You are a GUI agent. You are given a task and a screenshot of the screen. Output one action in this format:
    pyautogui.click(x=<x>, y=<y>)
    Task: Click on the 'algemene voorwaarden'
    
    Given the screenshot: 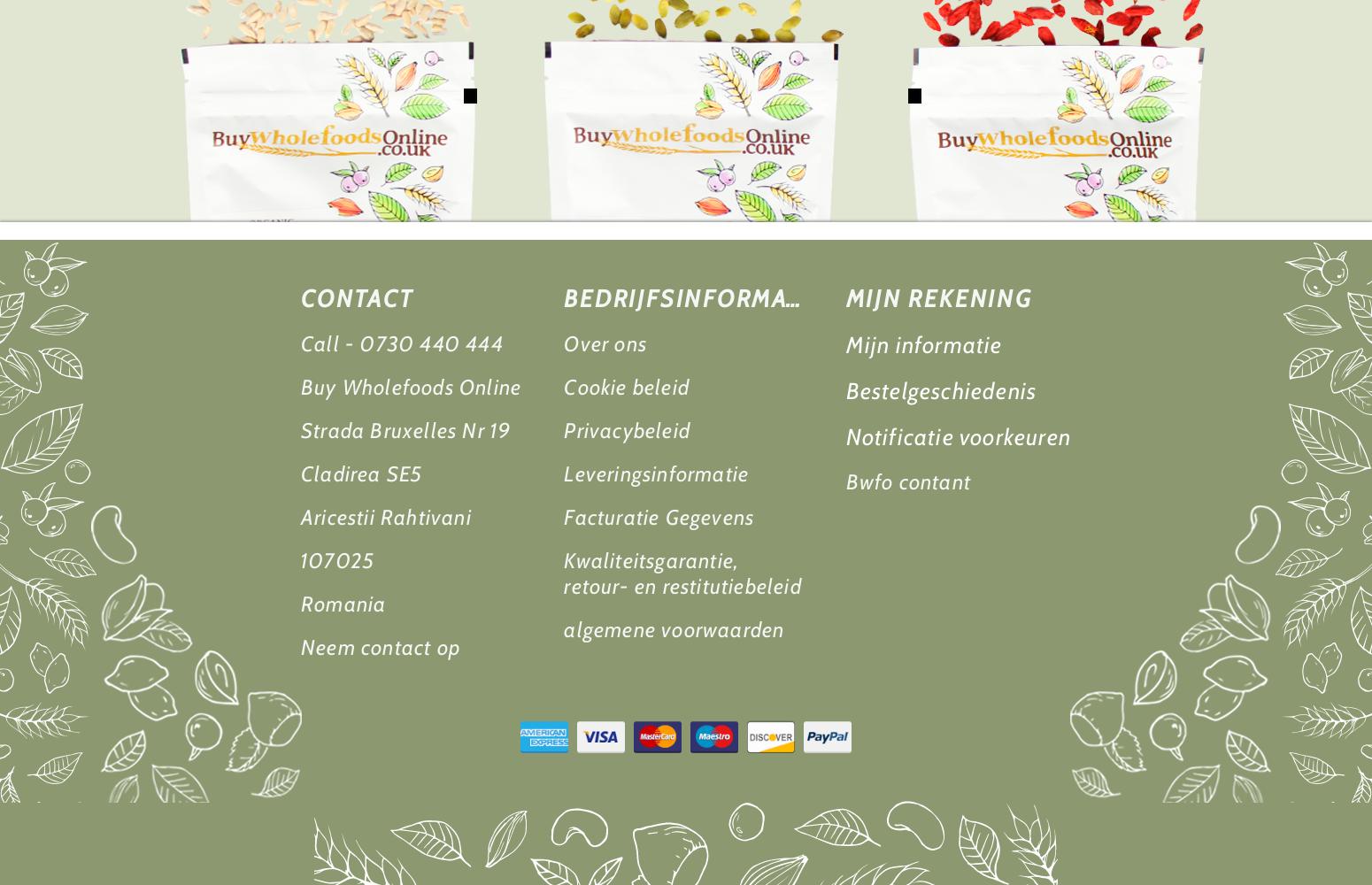 What is the action you would take?
    pyautogui.click(x=674, y=628)
    